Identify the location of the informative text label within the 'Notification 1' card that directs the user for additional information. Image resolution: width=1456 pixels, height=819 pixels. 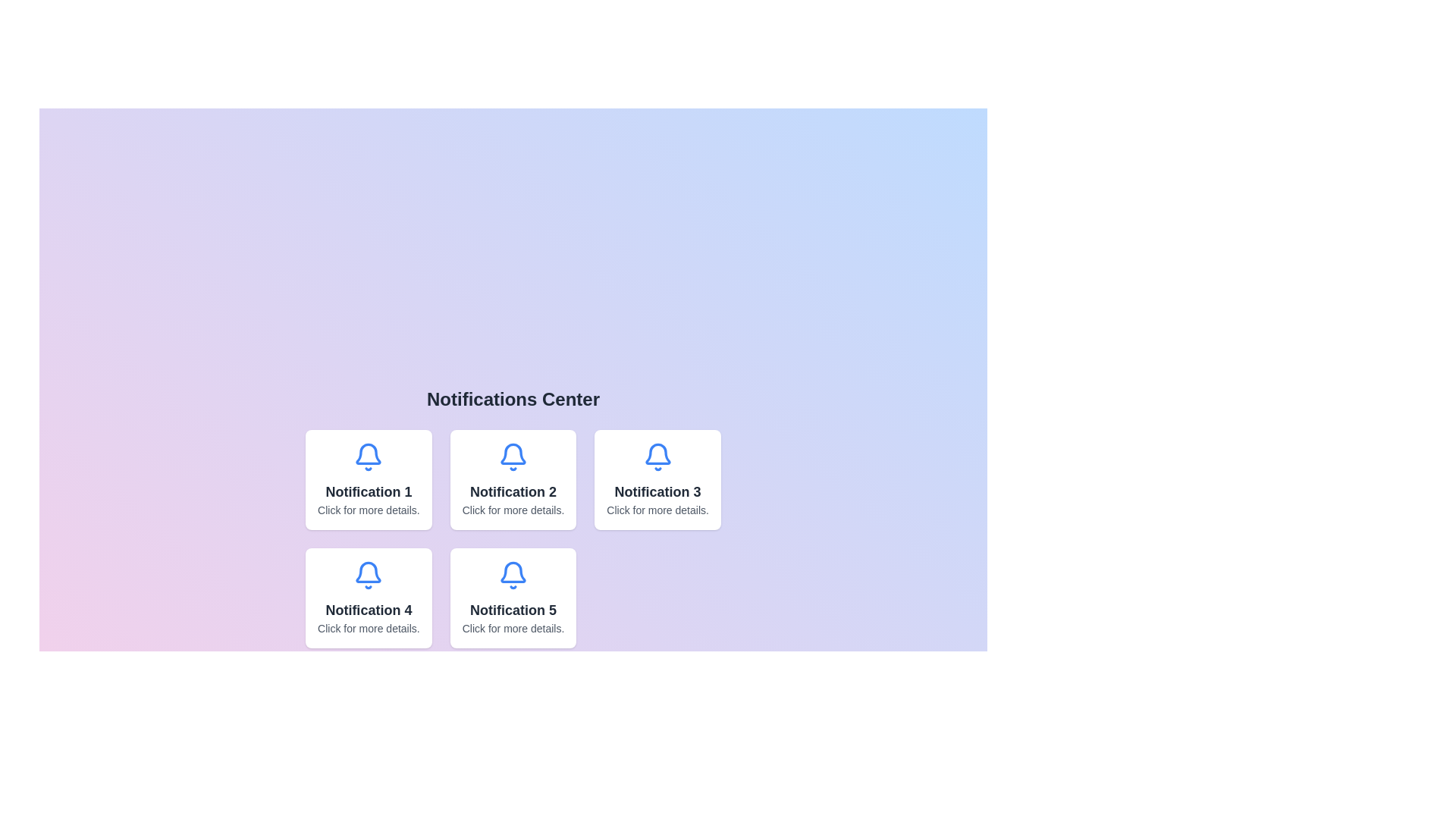
(369, 510).